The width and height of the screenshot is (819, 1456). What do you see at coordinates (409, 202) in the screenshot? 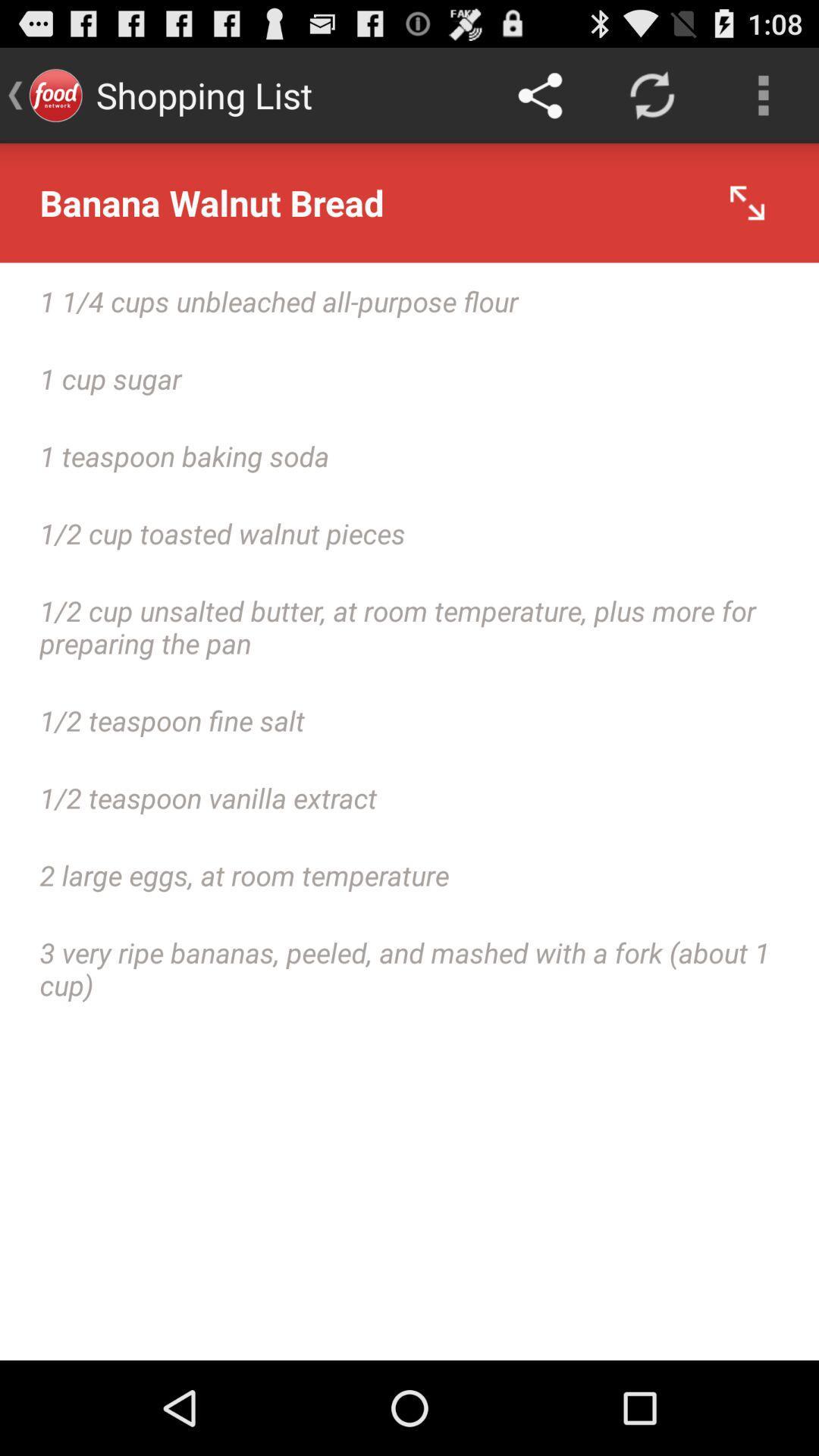
I see `banana walnut bread app` at bounding box center [409, 202].